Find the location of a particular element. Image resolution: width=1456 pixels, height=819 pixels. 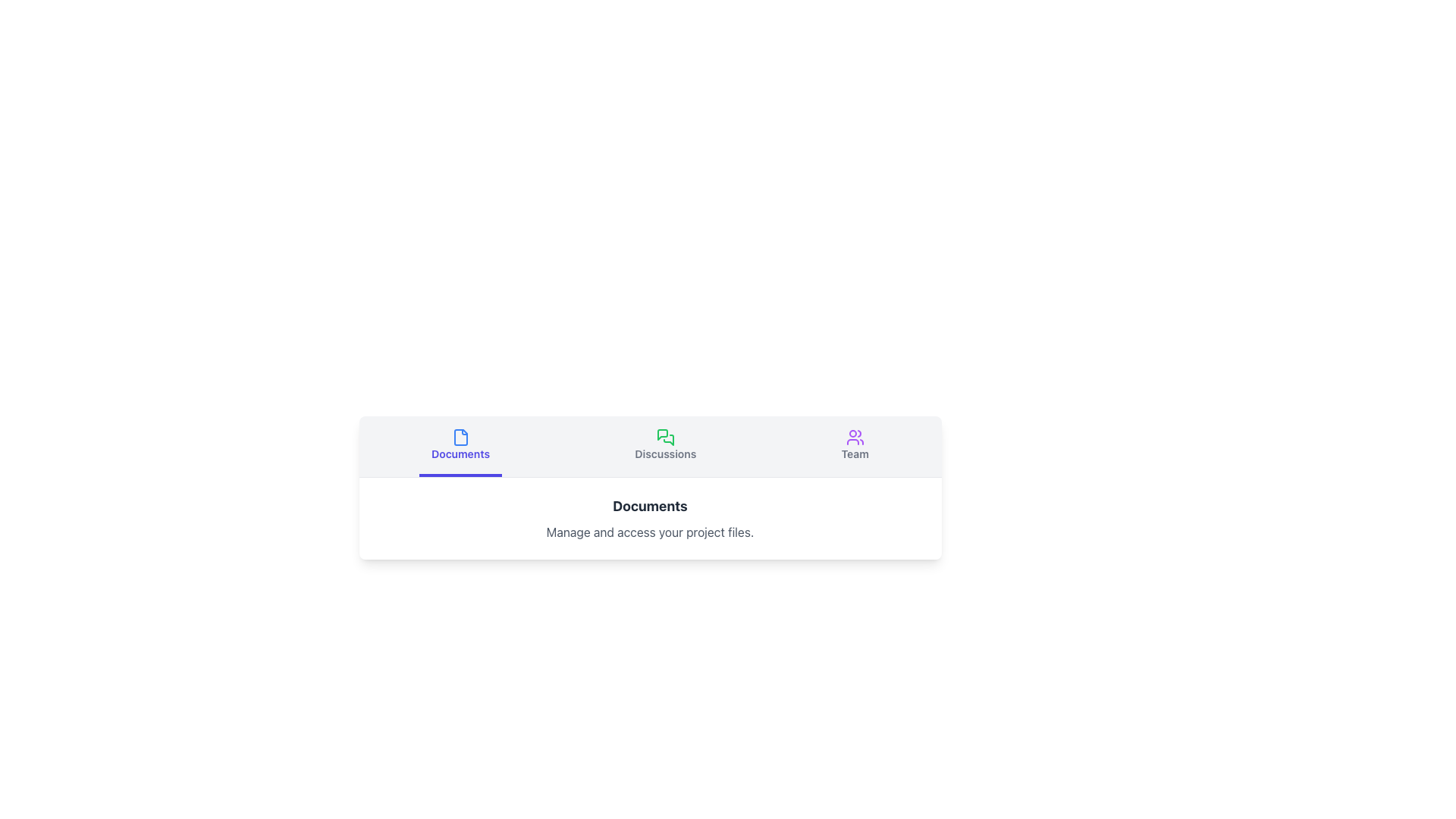

the 'Documents' button, which is a blue file icon with bold indigo text and an indigo underline is located at coordinates (460, 445).